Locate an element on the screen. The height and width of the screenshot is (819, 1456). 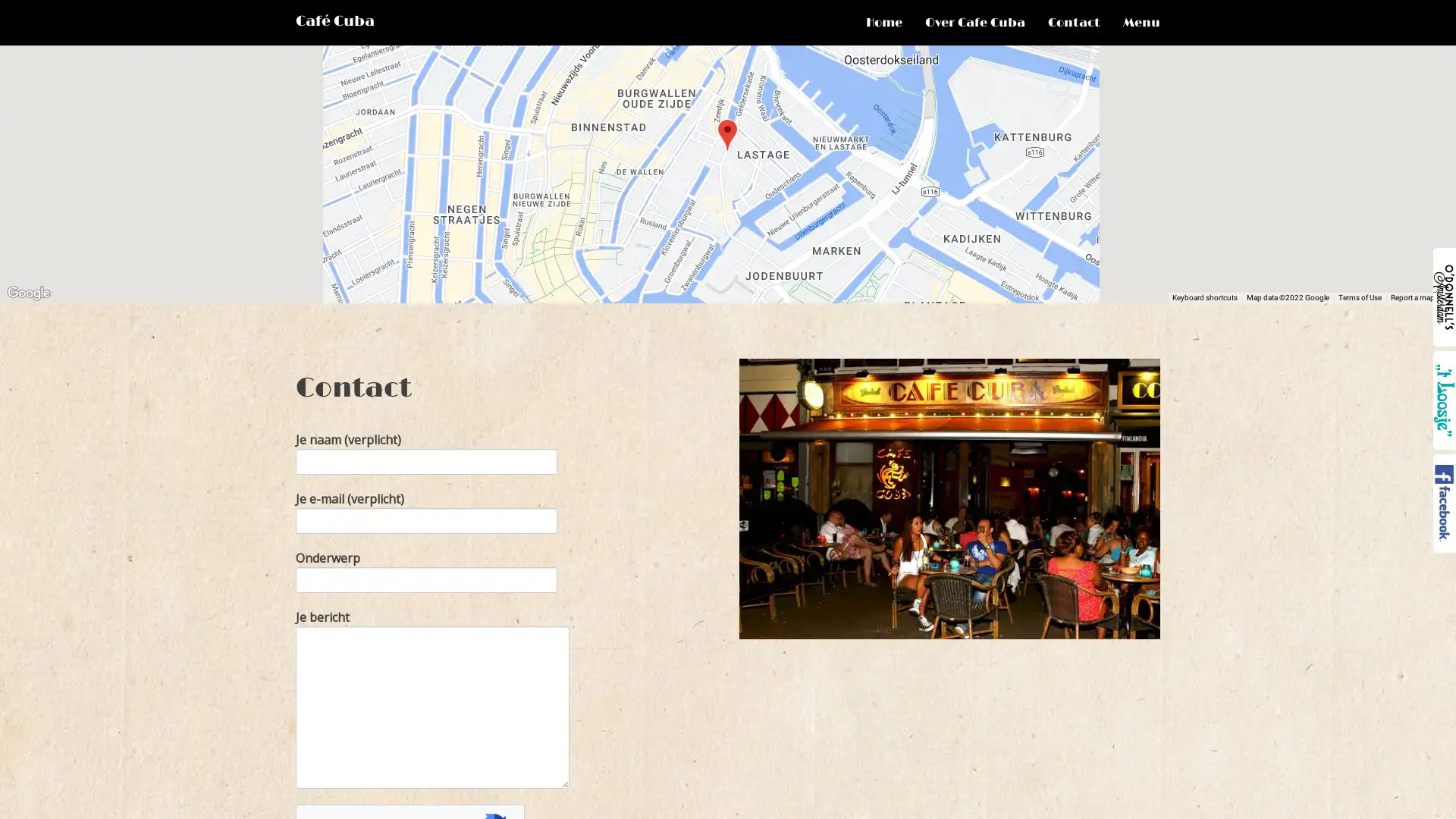
Keyboard shortcuts is located at coordinates (1203, 298).